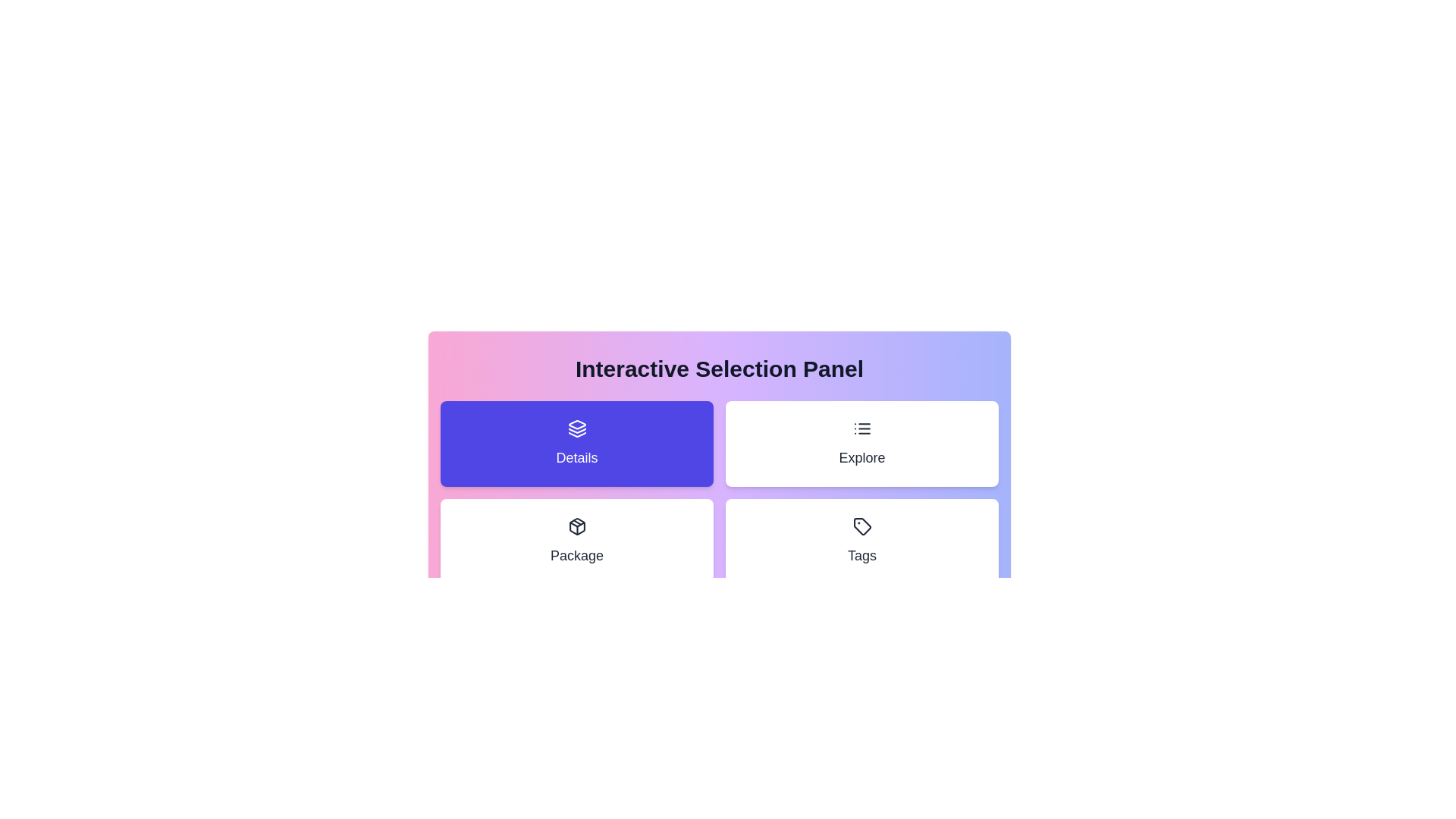 The image size is (1456, 819). What do you see at coordinates (576, 526) in the screenshot?
I see `the decorative icon located in the lower left card of the four-card grid, which represents the 'Package' selection` at bounding box center [576, 526].